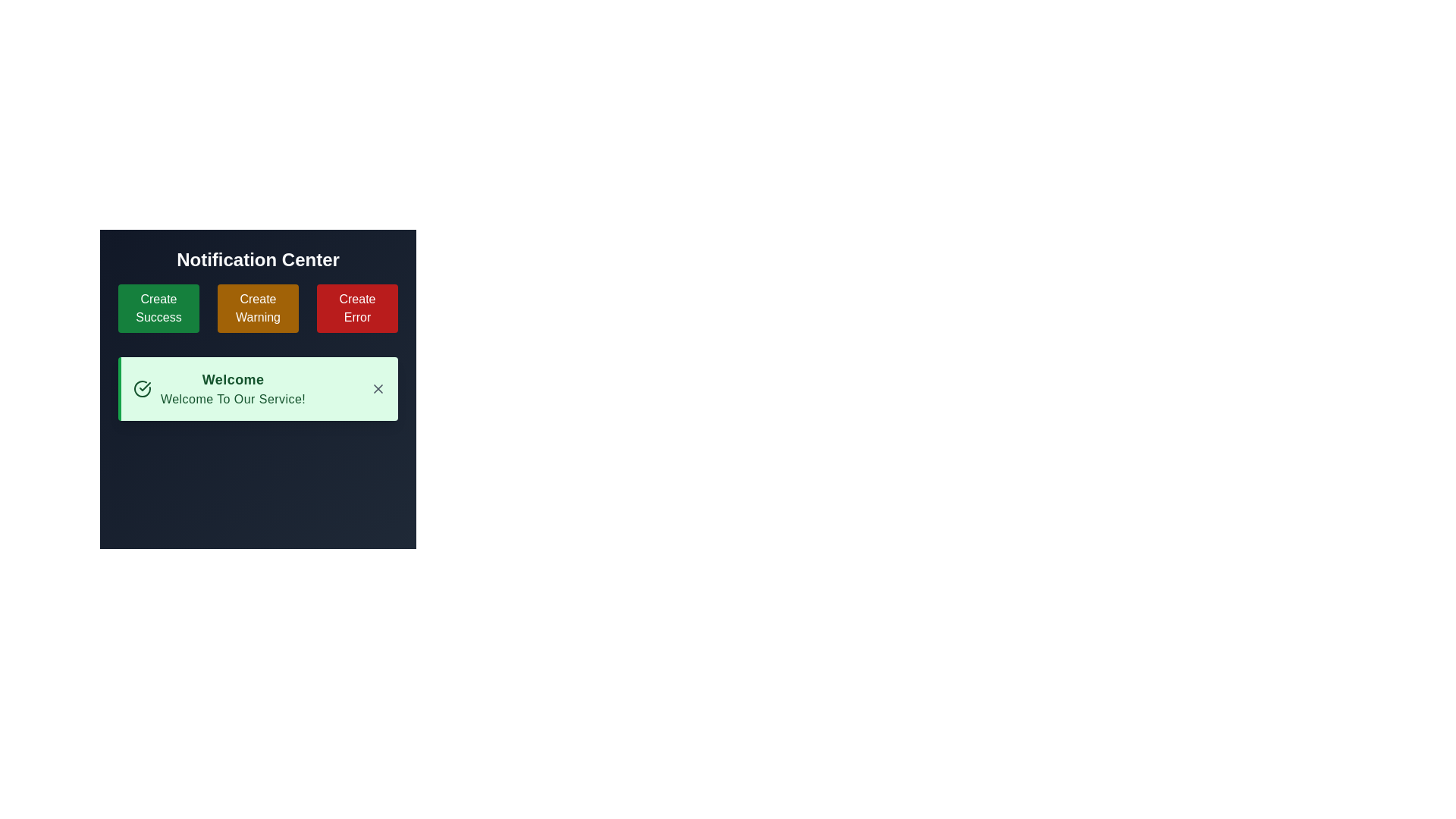 This screenshot has width=1456, height=819. I want to click on the text label that prominently displays the word 'Welcome' at the top of the notification card, so click(232, 379).